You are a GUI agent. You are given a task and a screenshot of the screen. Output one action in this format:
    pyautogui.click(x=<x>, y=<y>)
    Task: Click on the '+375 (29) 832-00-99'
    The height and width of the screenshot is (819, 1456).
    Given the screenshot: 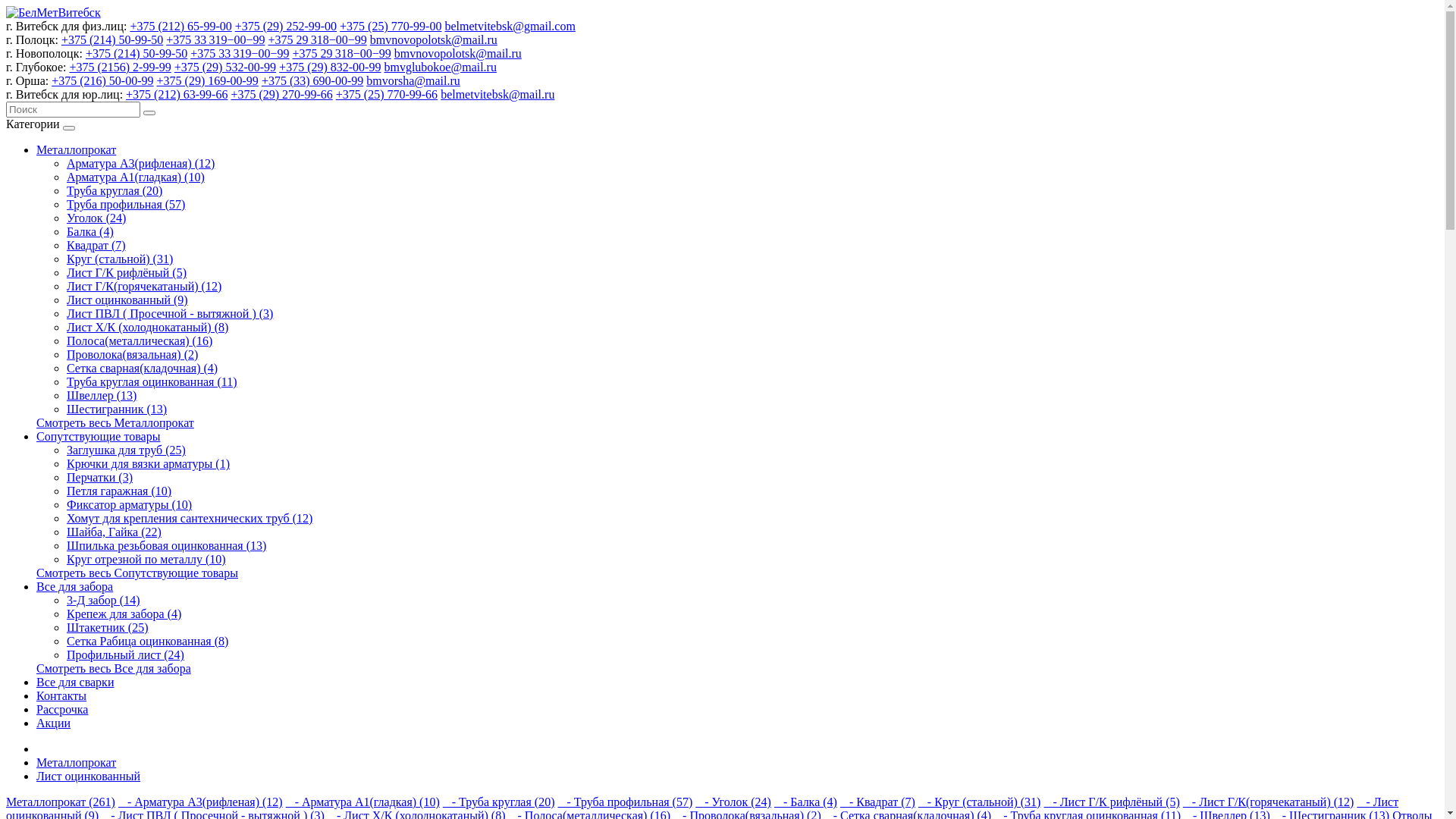 What is the action you would take?
    pyautogui.click(x=329, y=66)
    